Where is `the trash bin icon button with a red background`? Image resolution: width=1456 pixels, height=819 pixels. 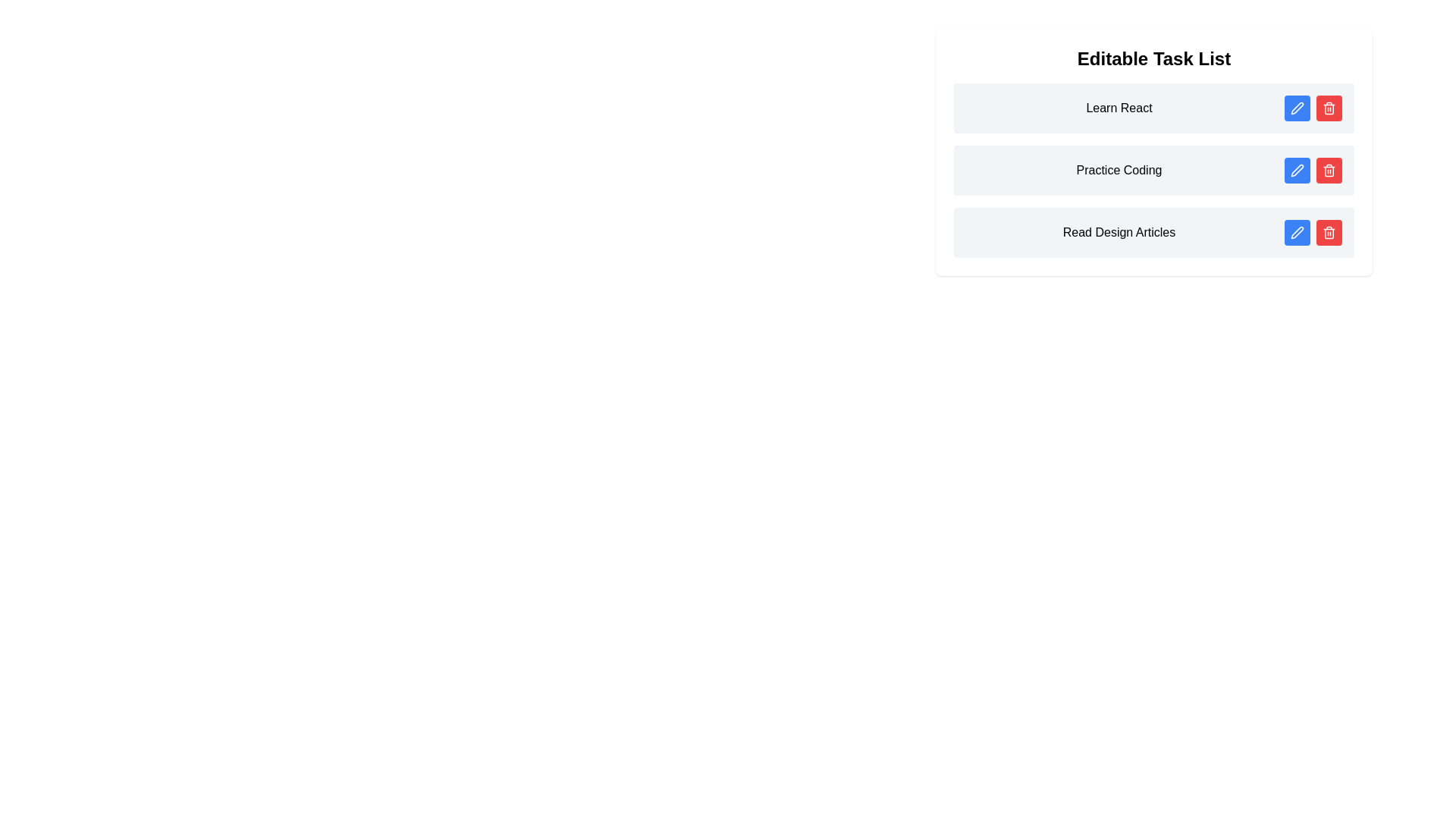
the trash bin icon button with a red background is located at coordinates (1328, 170).